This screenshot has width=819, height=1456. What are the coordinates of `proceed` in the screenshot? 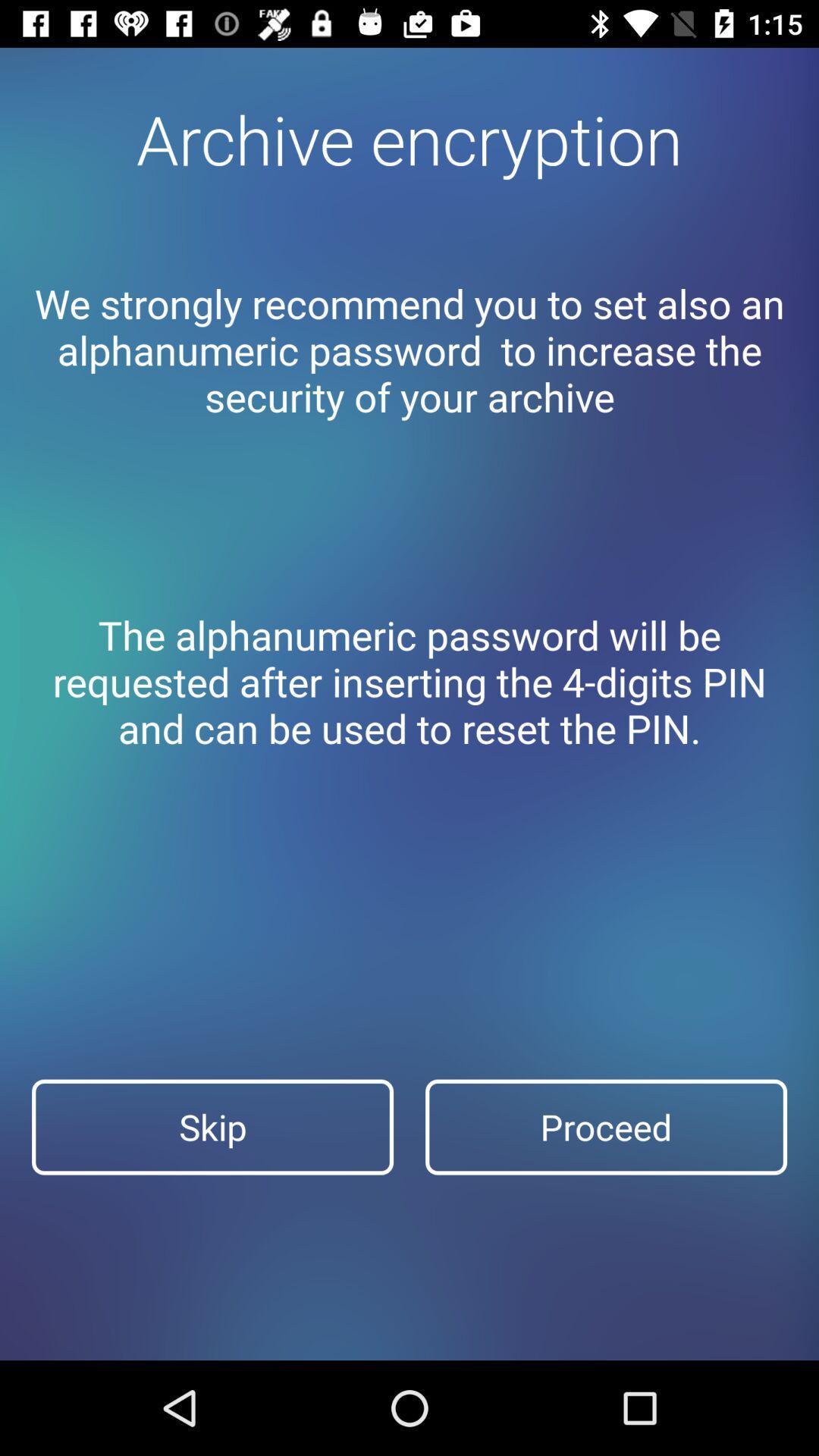 It's located at (605, 1127).